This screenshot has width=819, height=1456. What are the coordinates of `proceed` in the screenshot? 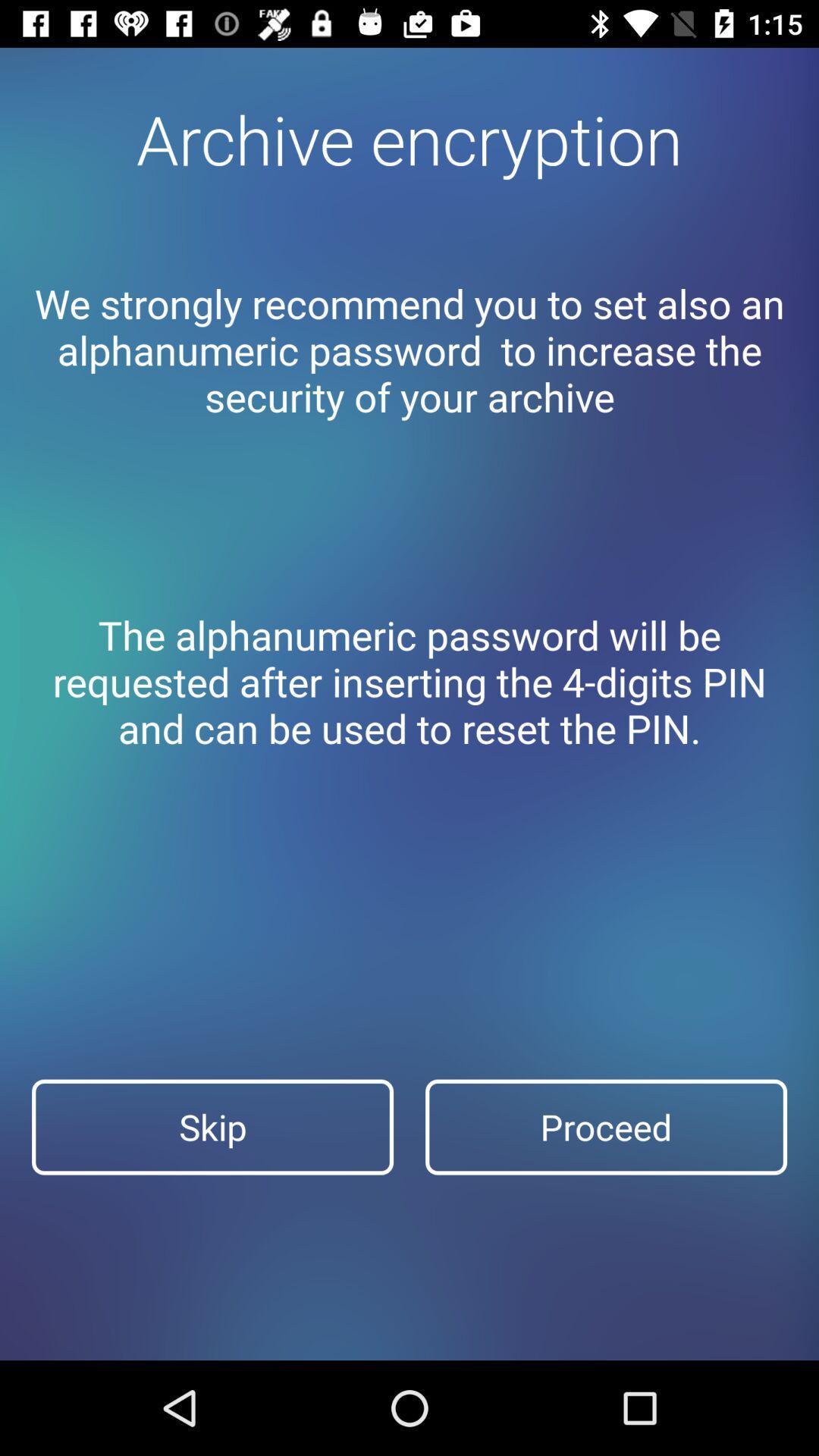 It's located at (605, 1127).